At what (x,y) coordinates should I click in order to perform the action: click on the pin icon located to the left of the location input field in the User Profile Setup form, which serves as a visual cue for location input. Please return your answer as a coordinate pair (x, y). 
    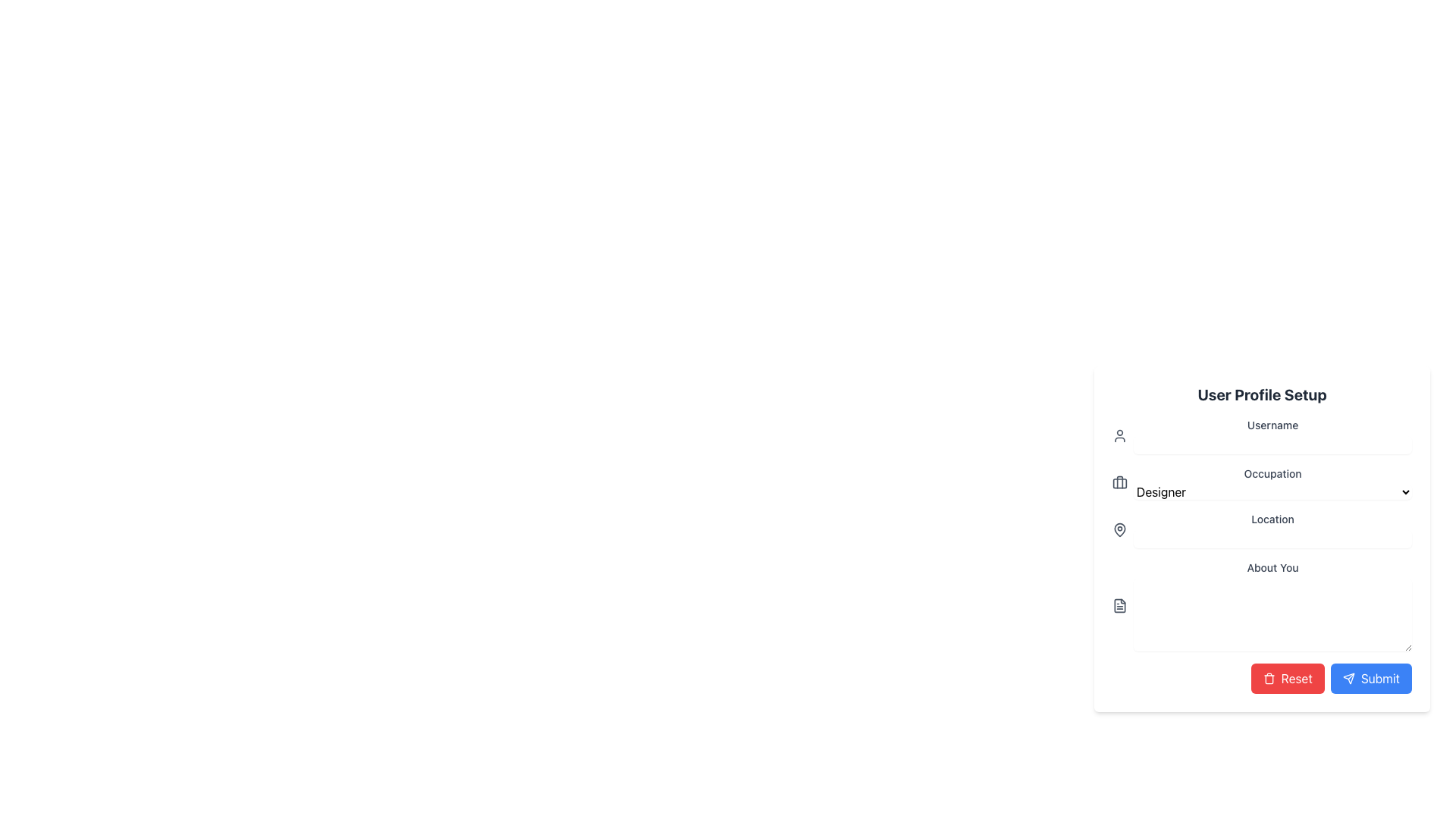
    Looking at the image, I should click on (1120, 529).